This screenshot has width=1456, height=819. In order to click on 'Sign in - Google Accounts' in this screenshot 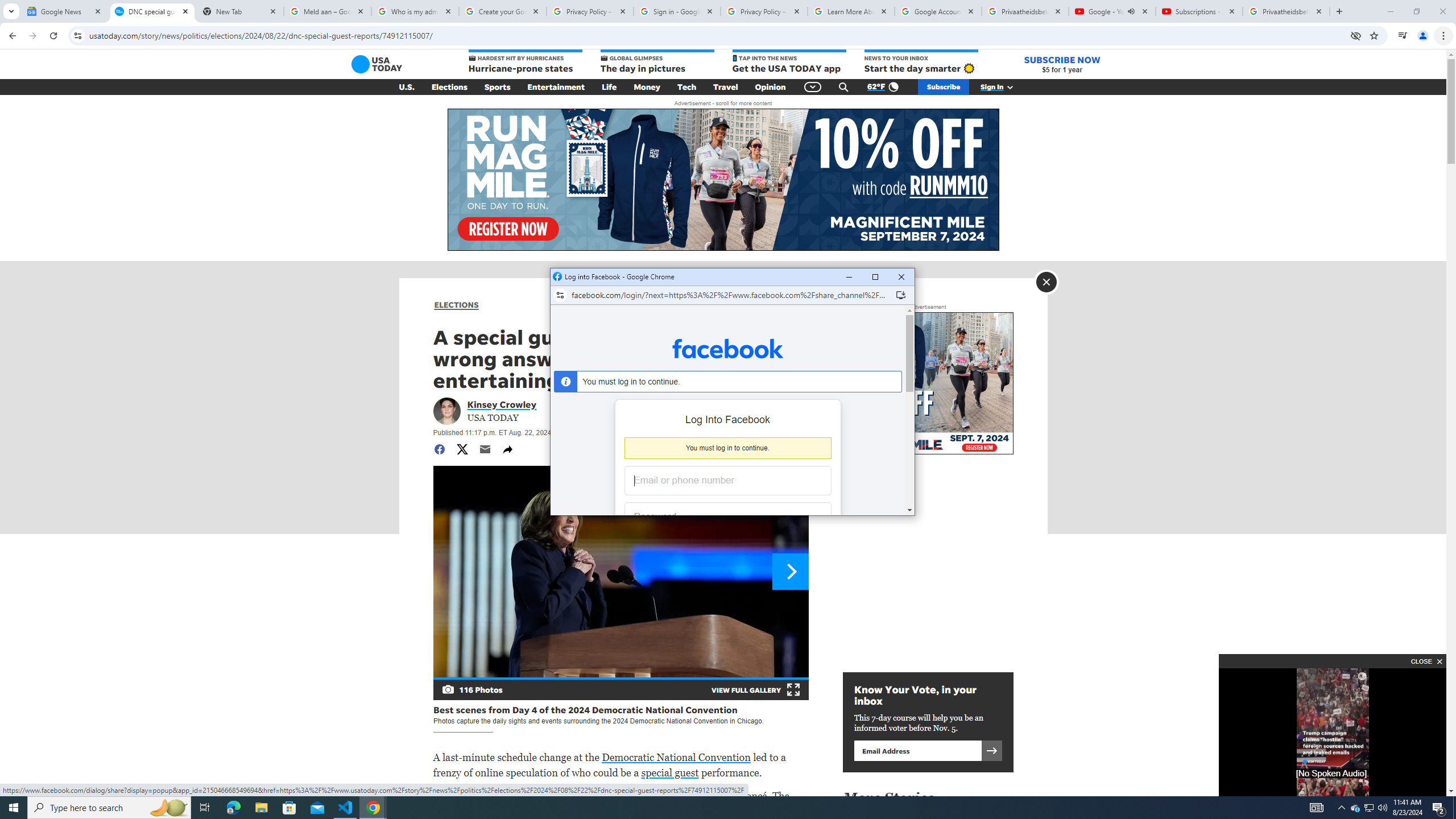, I will do `click(677, 11)`.